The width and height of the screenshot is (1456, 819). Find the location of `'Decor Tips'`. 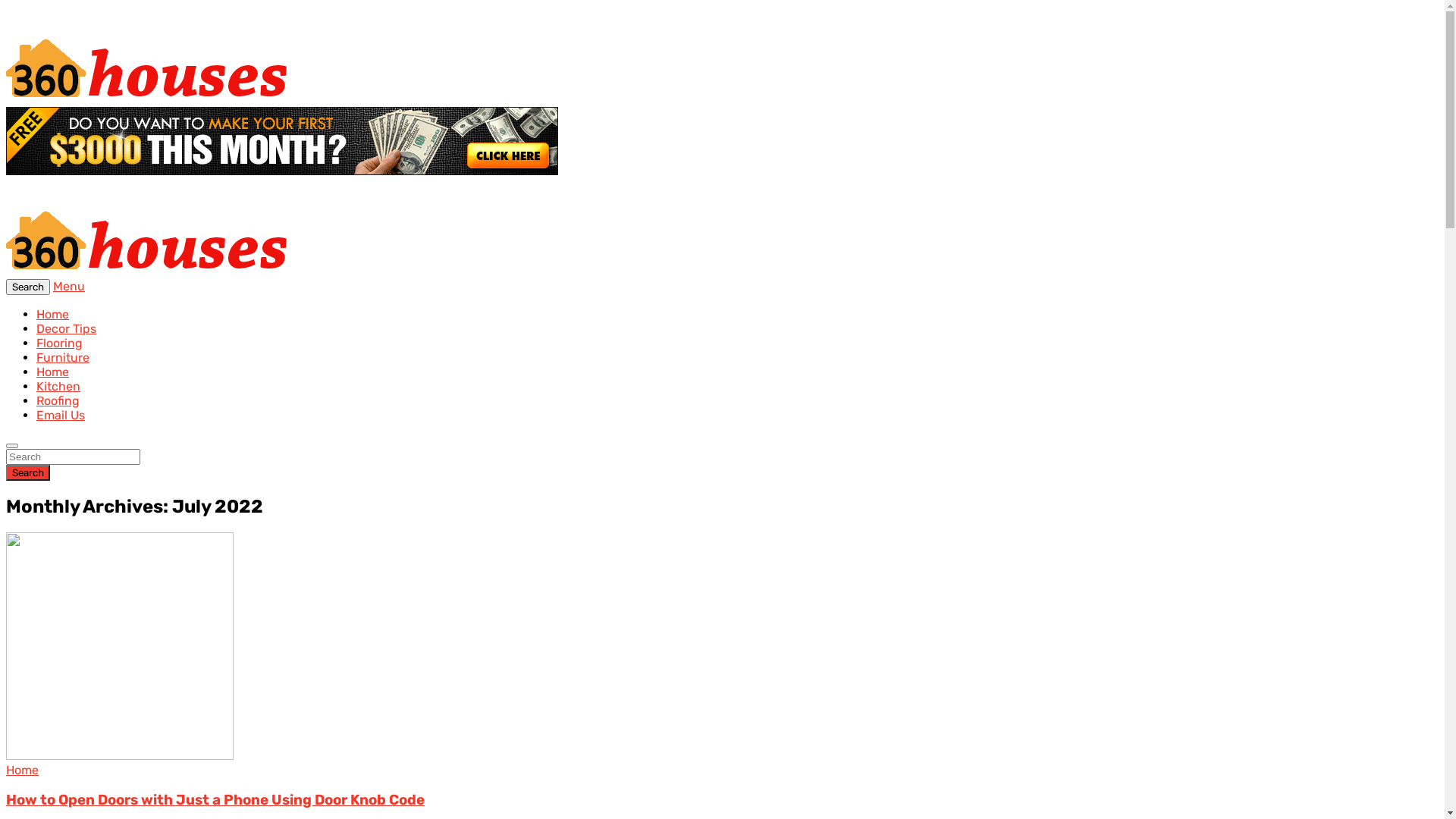

'Decor Tips' is located at coordinates (65, 328).